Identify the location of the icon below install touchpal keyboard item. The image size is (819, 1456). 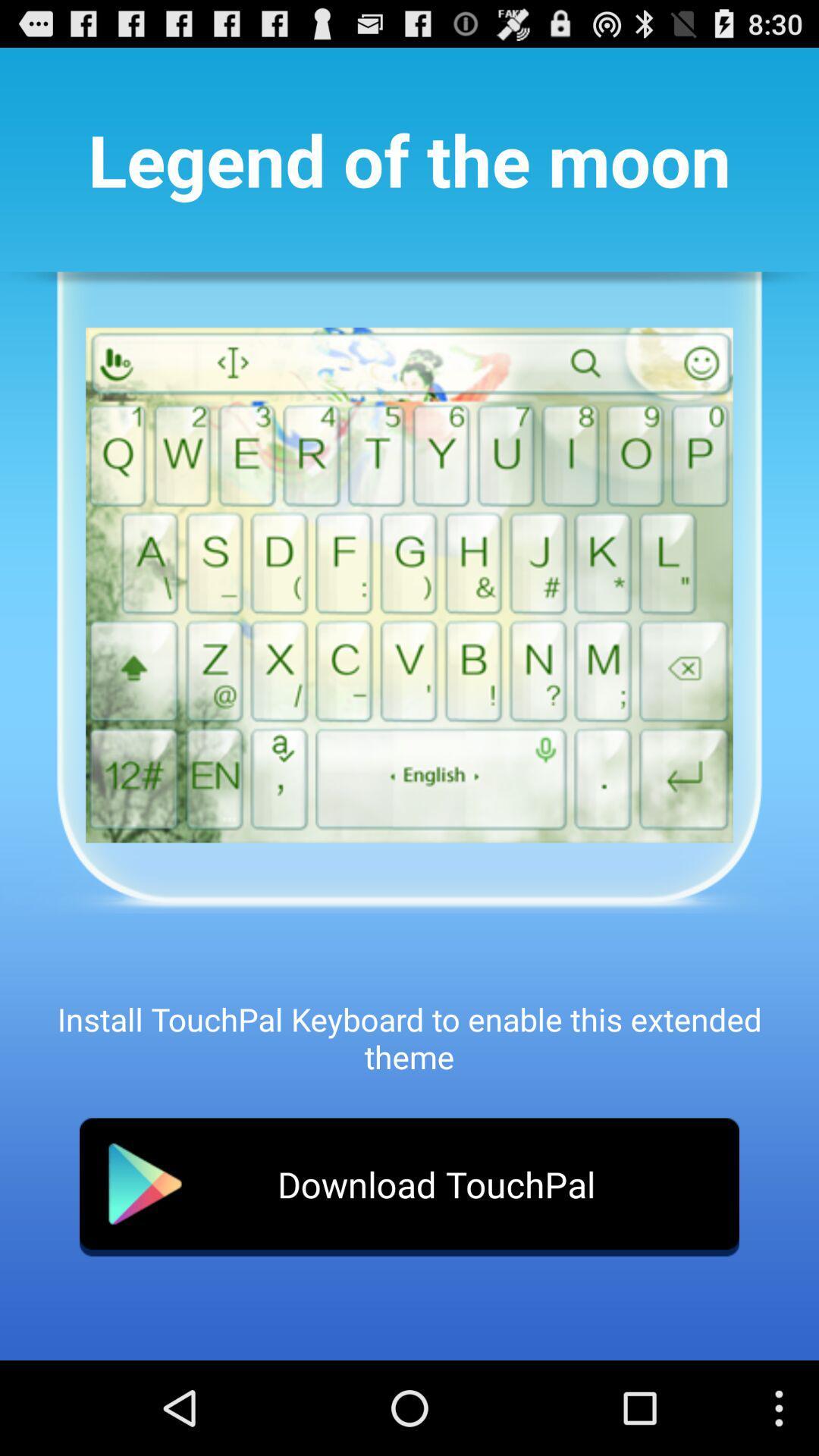
(409, 1186).